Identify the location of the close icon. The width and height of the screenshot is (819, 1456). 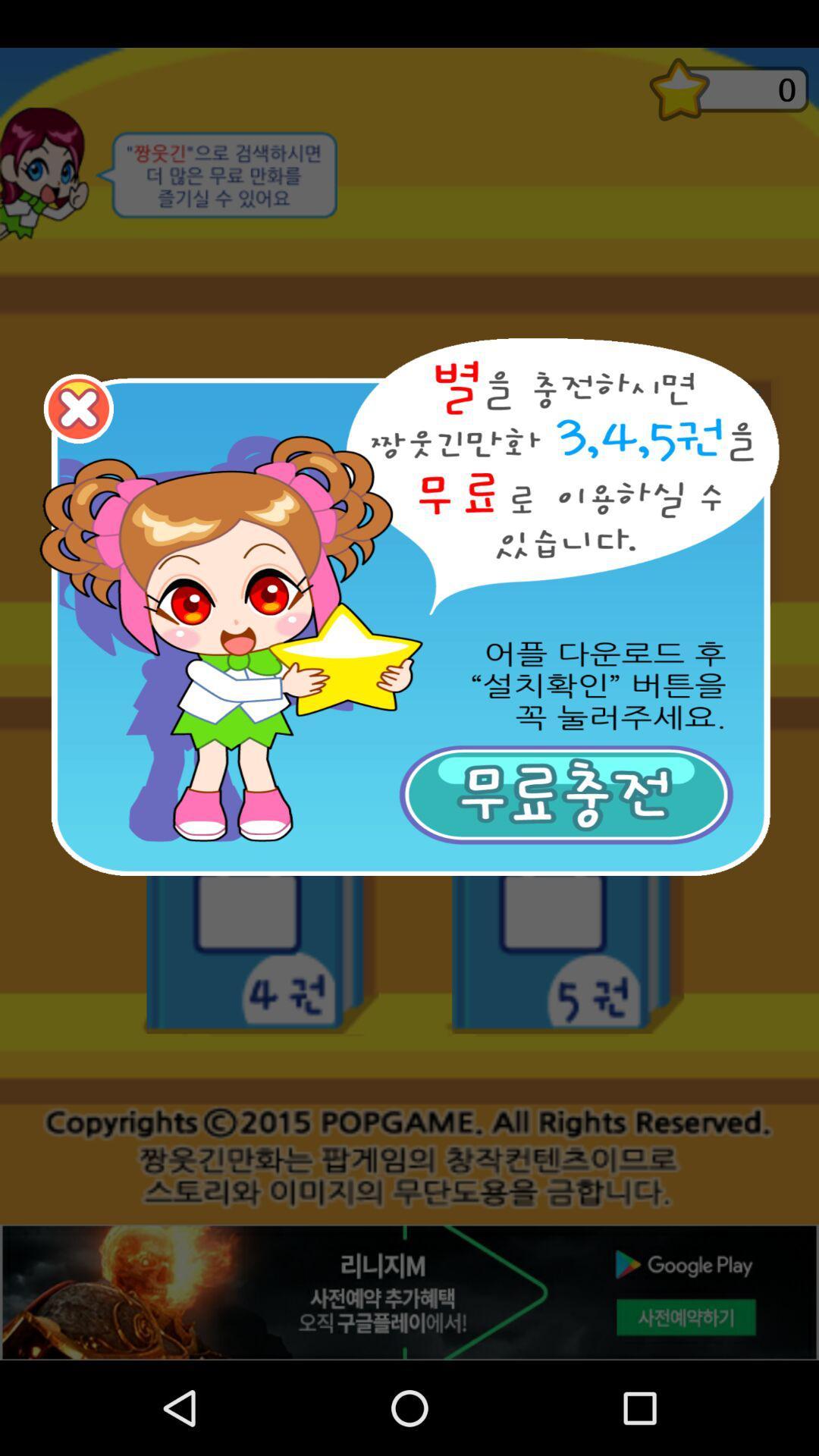
(78, 437).